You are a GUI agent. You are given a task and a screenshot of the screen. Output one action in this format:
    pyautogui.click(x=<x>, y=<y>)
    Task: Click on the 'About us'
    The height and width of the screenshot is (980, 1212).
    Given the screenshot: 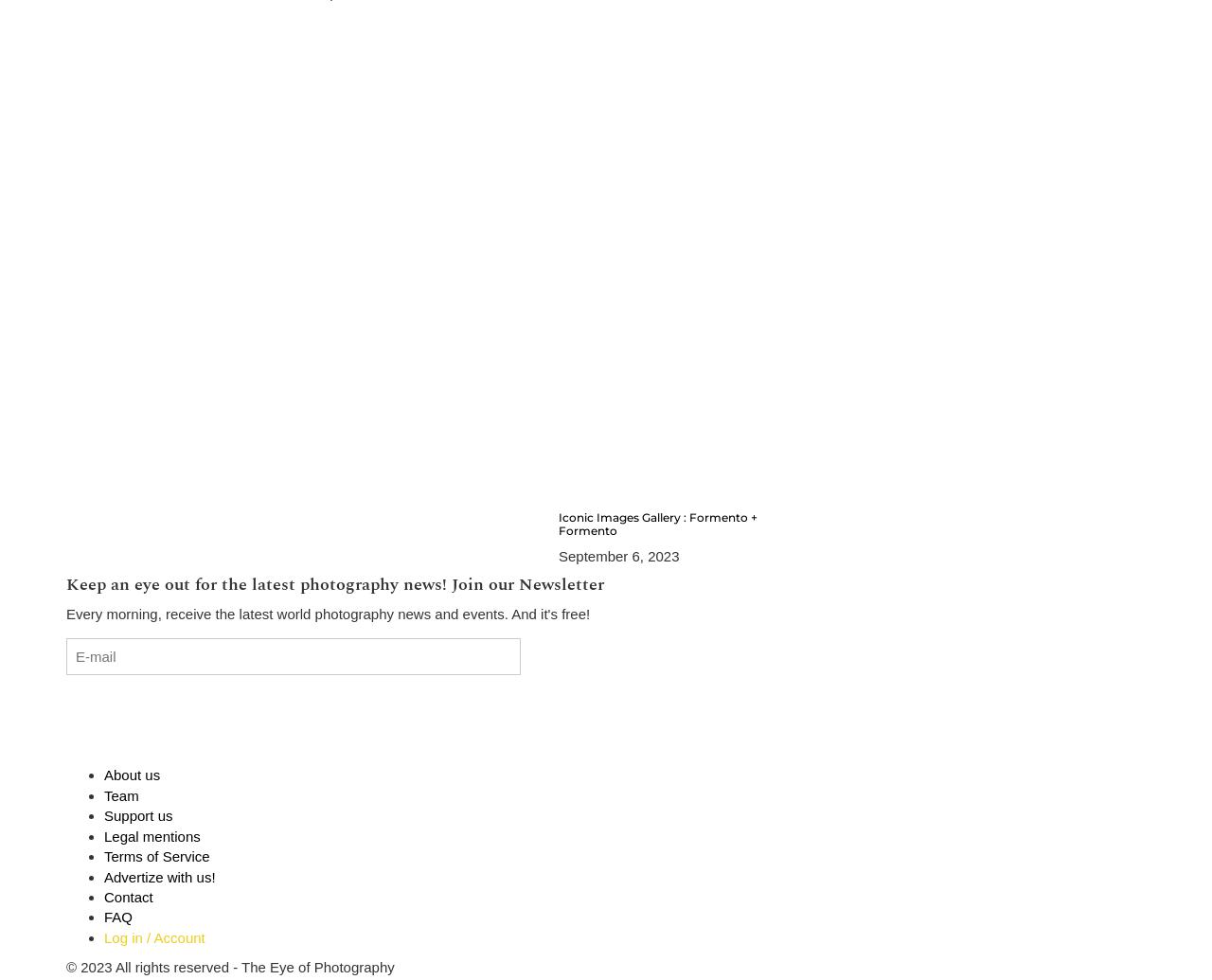 What is the action you would take?
    pyautogui.click(x=131, y=774)
    